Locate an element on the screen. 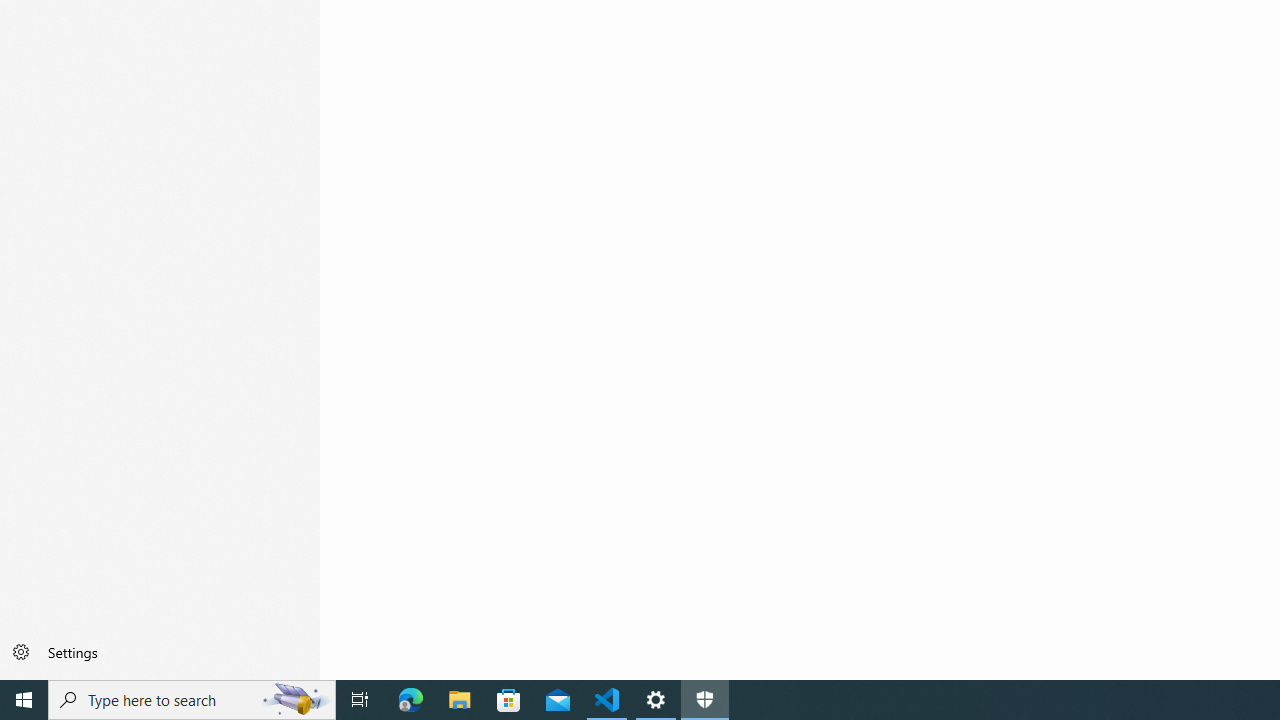 Image resolution: width=1280 pixels, height=720 pixels. 'File Explorer' is located at coordinates (459, 698).